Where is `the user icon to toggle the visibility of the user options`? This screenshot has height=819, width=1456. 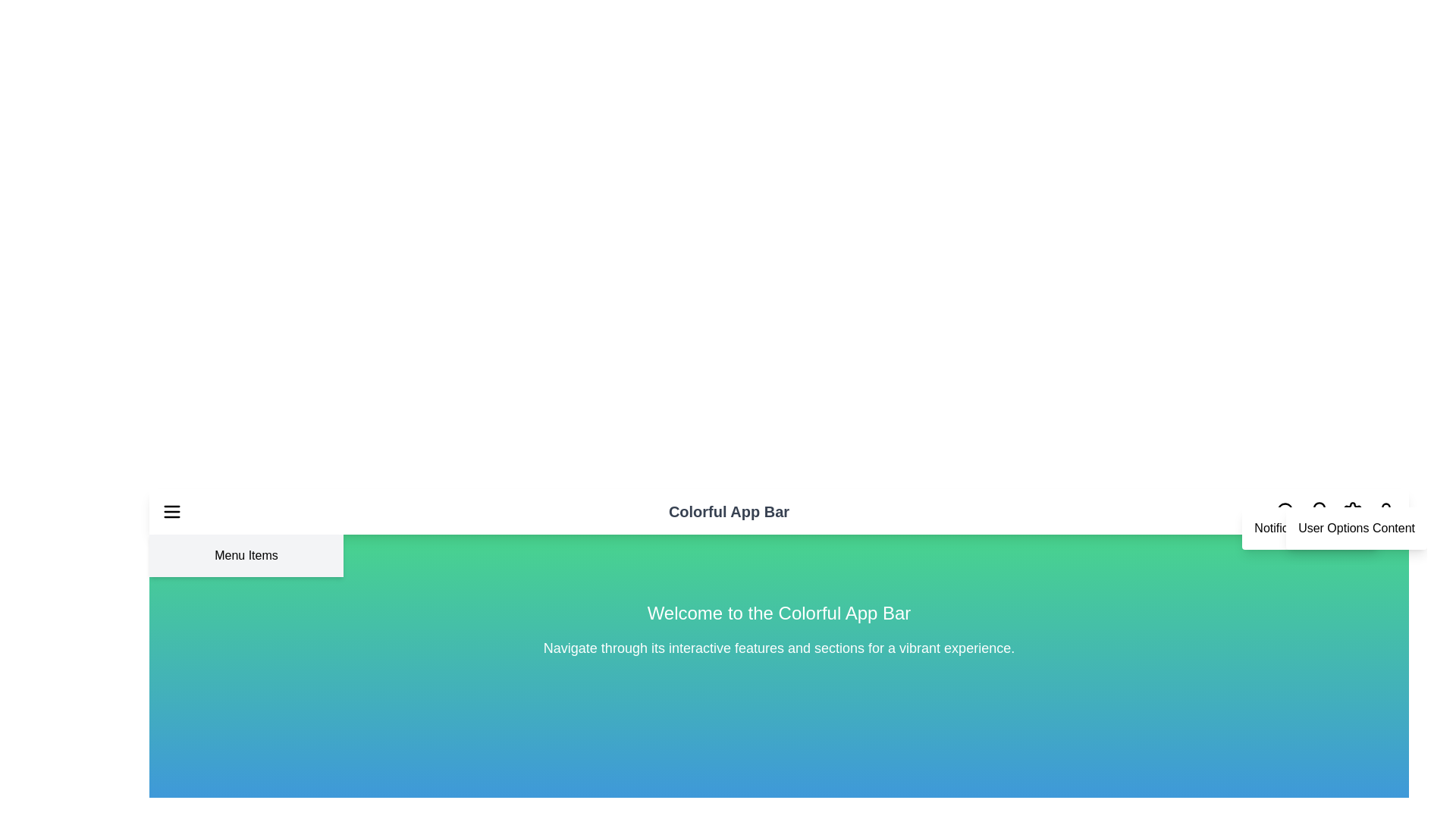 the user icon to toggle the visibility of the user options is located at coordinates (1386, 512).